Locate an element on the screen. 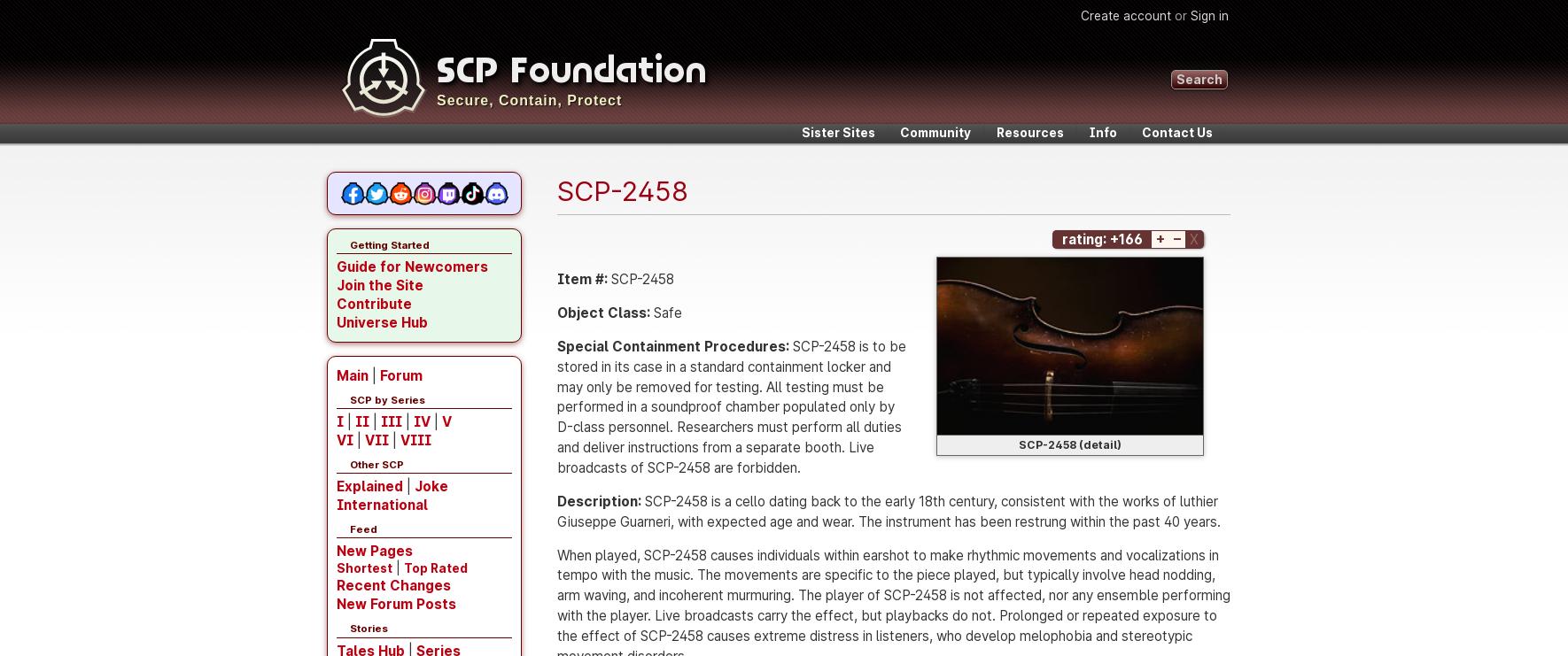 The image size is (1568, 656). 'Recent Changes' is located at coordinates (393, 585).